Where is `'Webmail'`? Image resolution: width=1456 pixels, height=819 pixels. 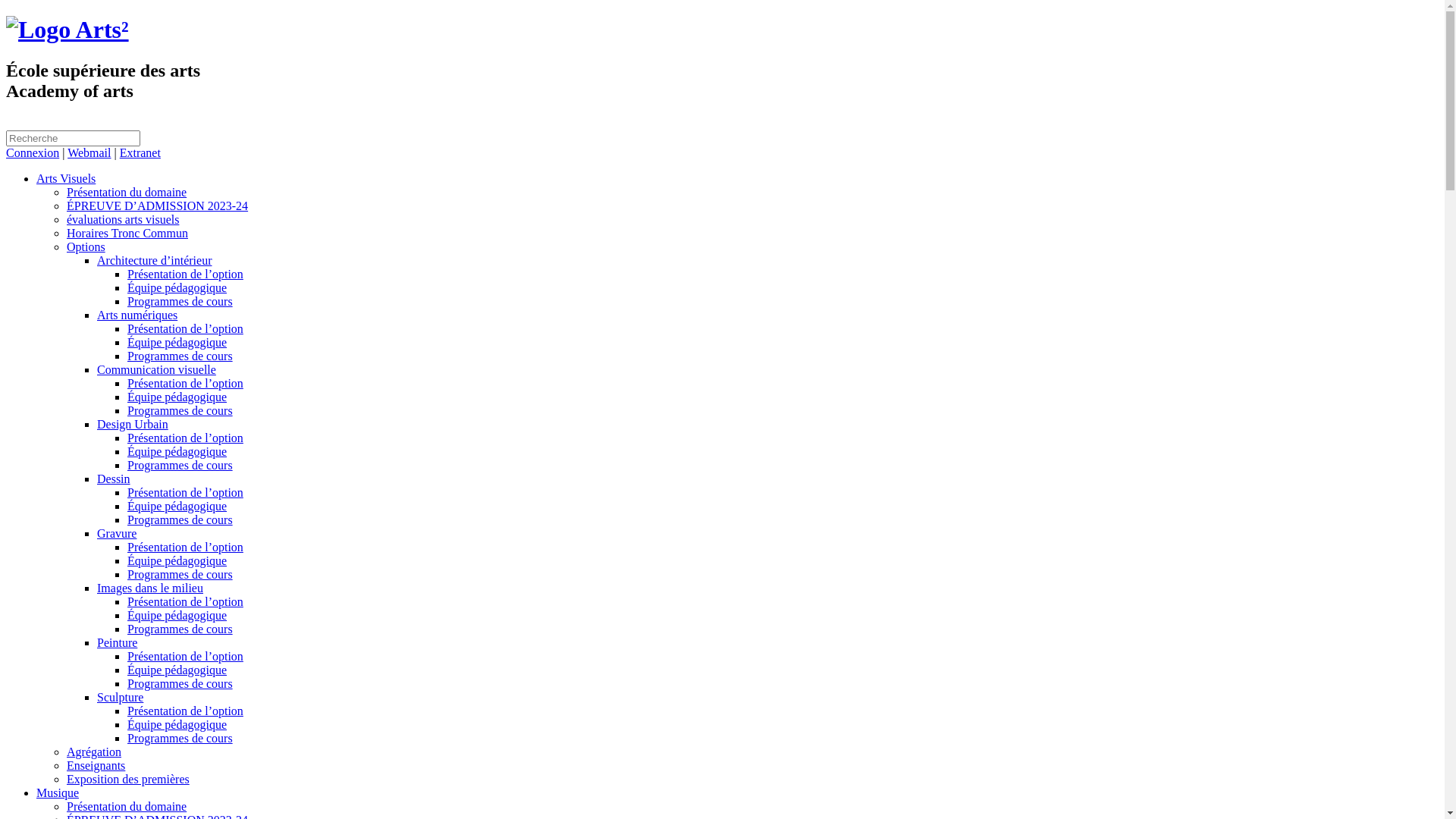 'Webmail' is located at coordinates (88, 152).